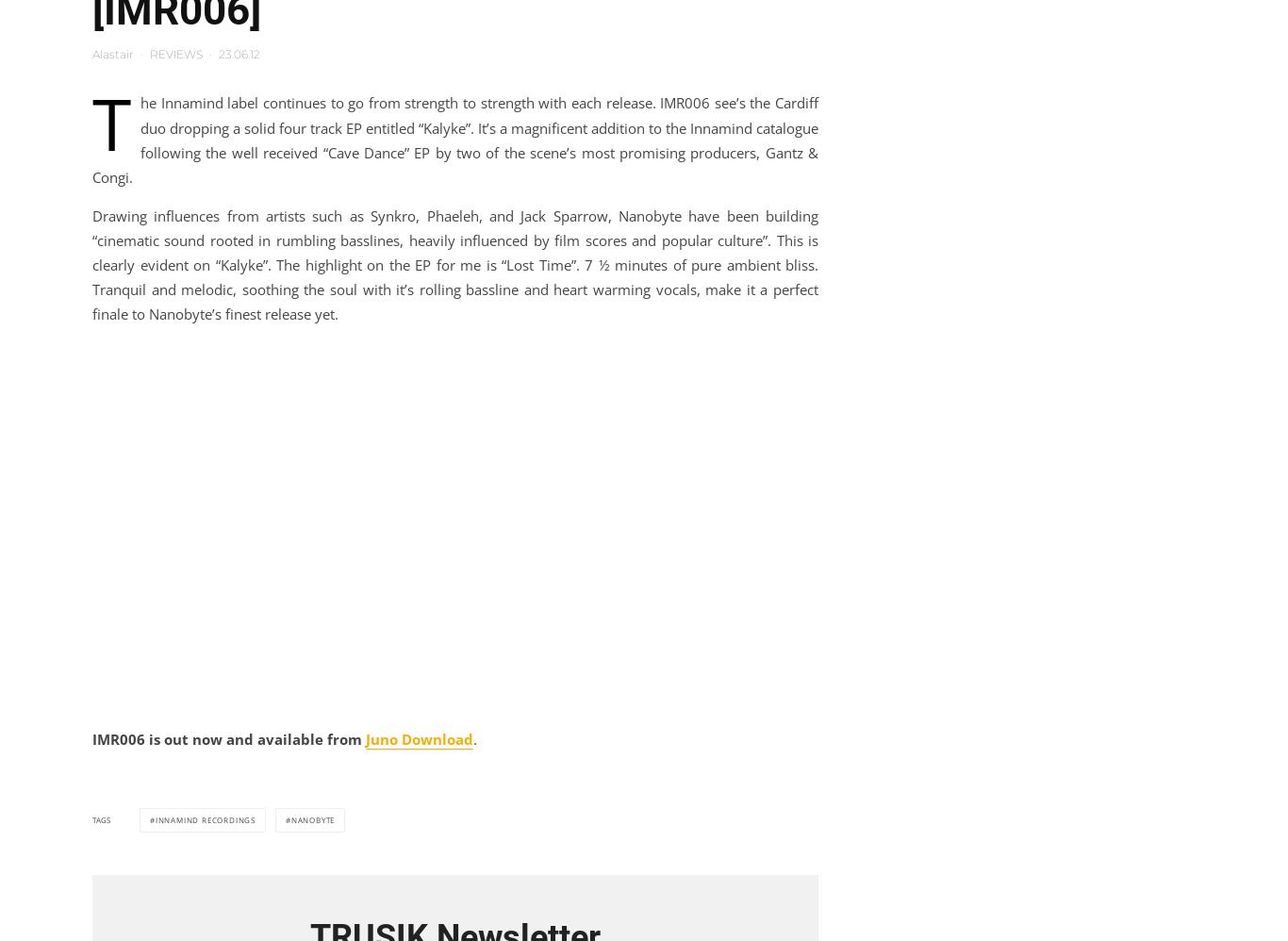 The image size is (1288, 941). What do you see at coordinates (111, 52) in the screenshot?
I see `'Alastair'` at bounding box center [111, 52].